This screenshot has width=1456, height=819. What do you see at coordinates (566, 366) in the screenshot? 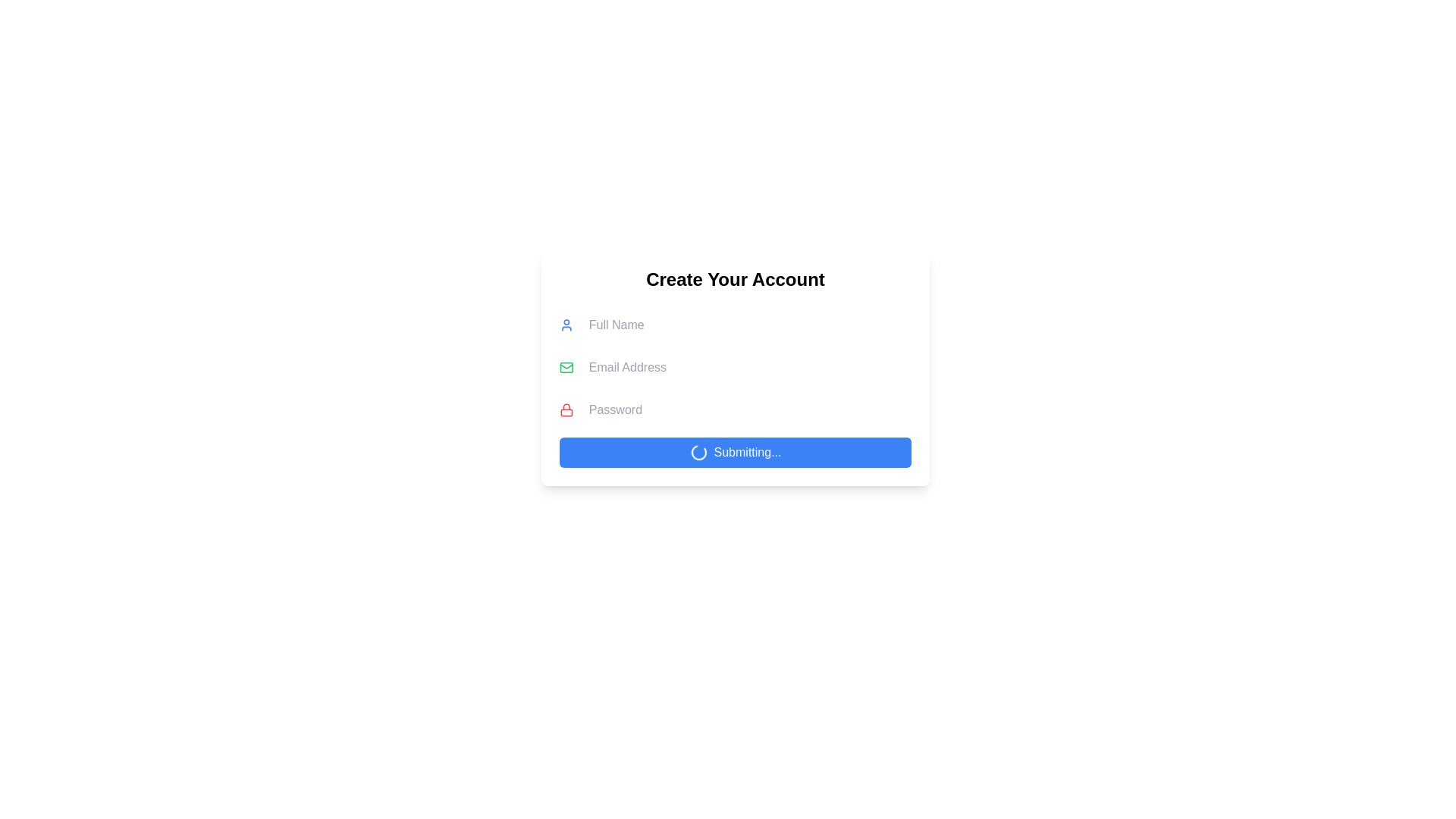
I see `the triangular-shaped icon resembling the flap of an envelope, which is part of the email icon located in the second row of the email address entry form` at bounding box center [566, 366].